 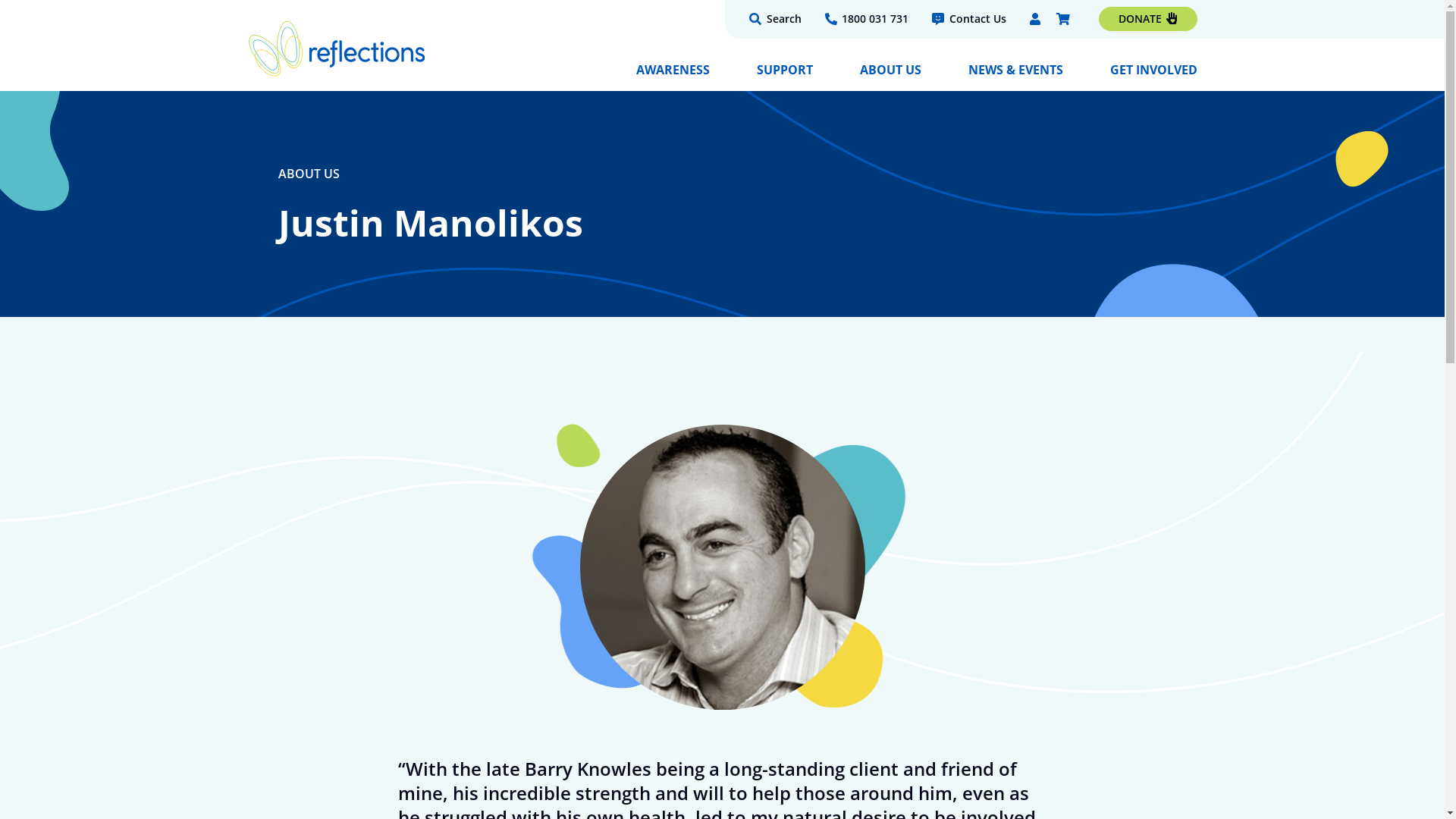 I want to click on 'NEWS & EVENTS', so click(x=967, y=76).